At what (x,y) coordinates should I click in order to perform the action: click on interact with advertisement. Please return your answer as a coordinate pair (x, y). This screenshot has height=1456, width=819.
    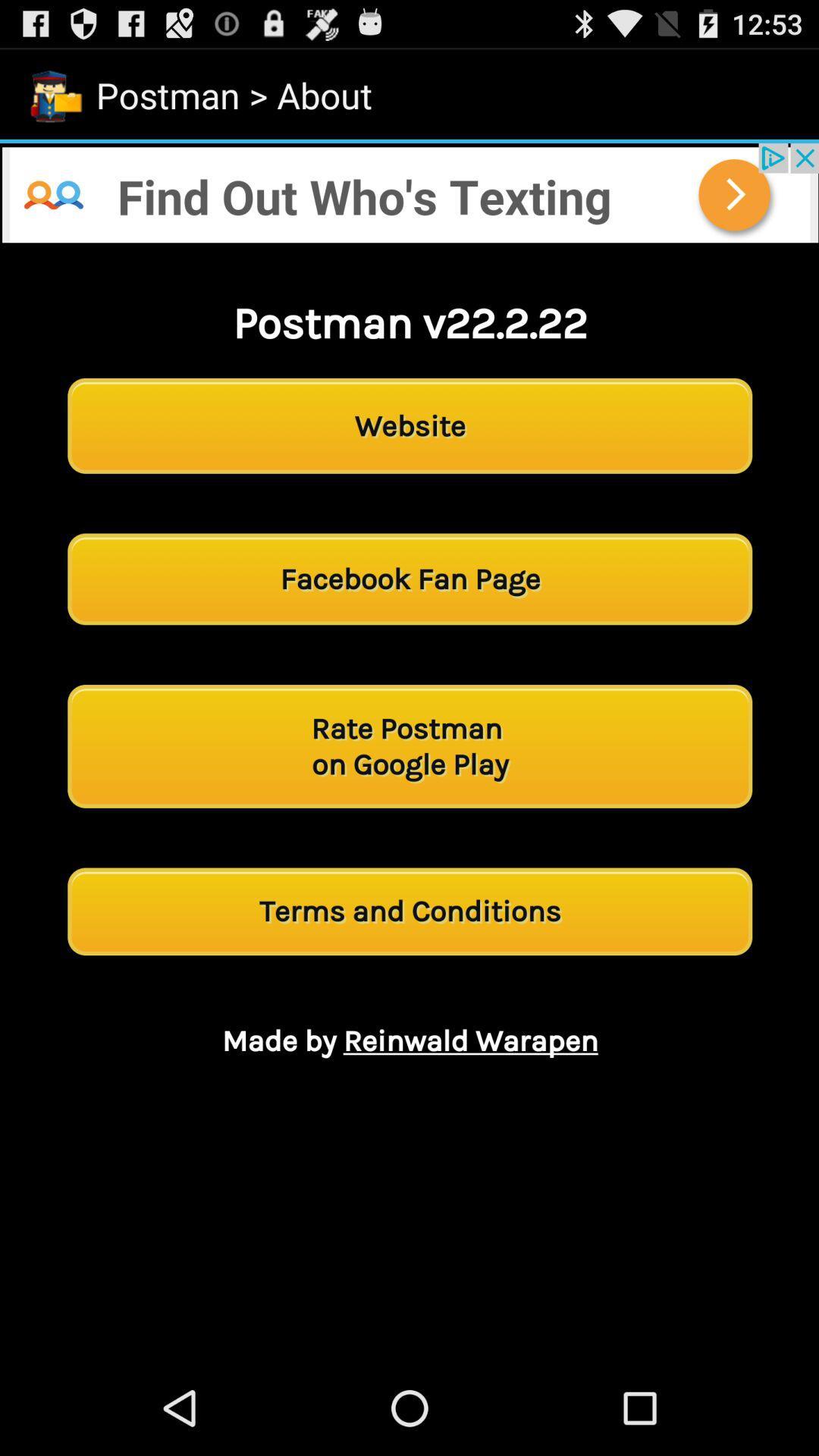
    Looking at the image, I should click on (409, 192).